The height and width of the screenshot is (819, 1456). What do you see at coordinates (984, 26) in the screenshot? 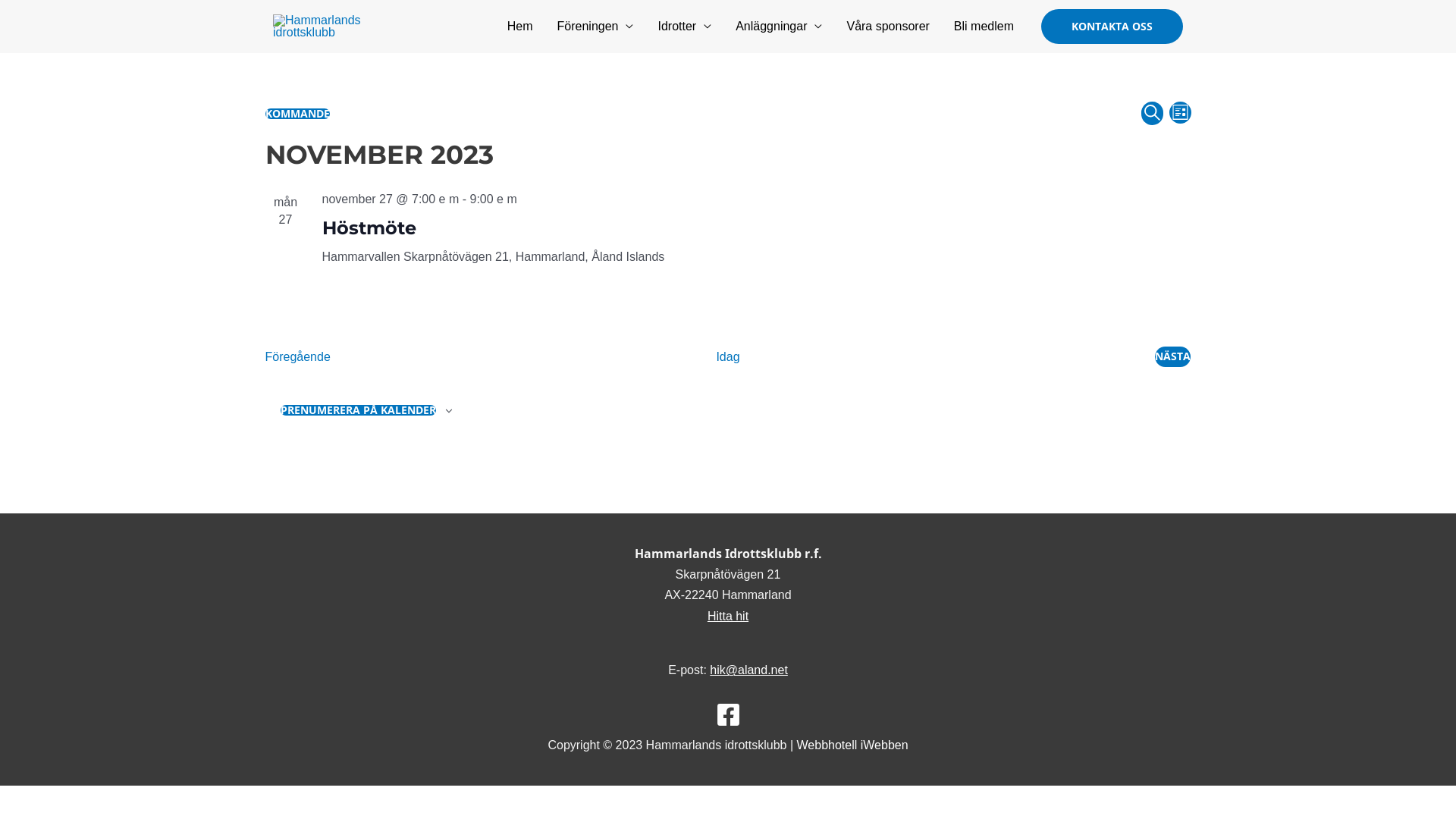
I see `'Bli medlem'` at bounding box center [984, 26].